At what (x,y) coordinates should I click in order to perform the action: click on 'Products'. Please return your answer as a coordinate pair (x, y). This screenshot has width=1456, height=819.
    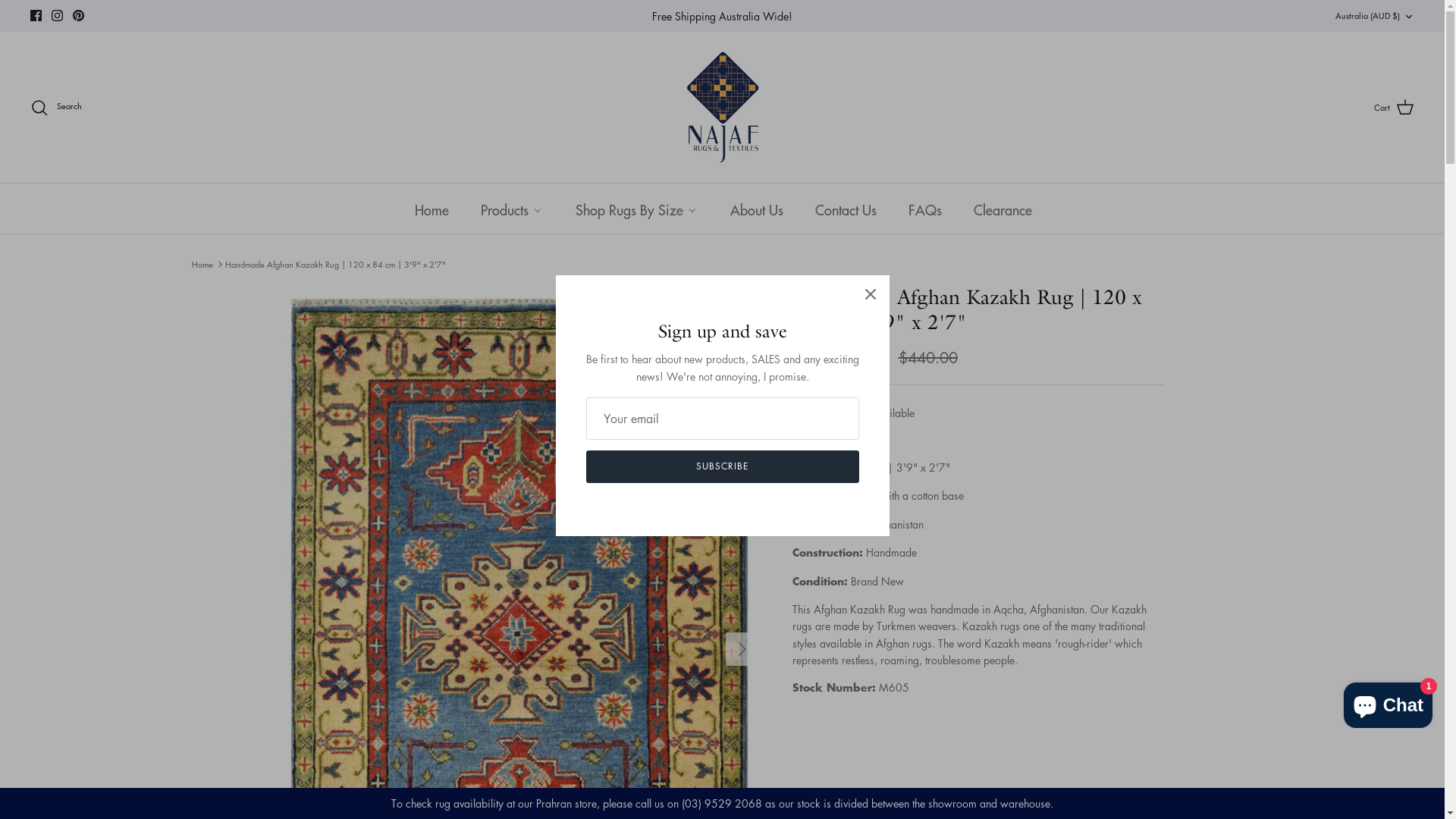
    Looking at the image, I should click on (511, 208).